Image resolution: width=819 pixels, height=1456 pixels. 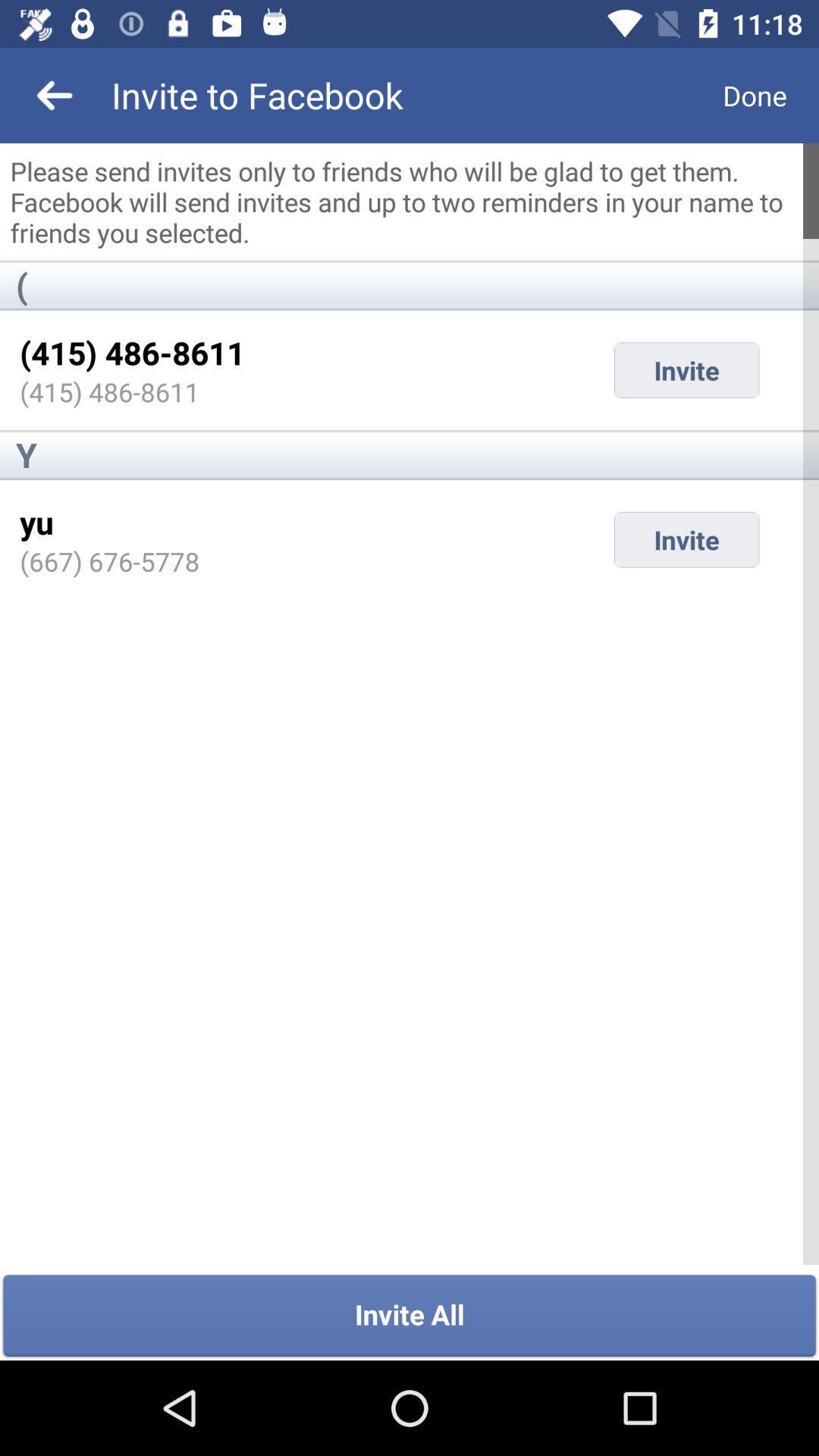 What do you see at coordinates (55, 94) in the screenshot?
I see `item next to the invite to facebook item` at bounding box center [55, 94].